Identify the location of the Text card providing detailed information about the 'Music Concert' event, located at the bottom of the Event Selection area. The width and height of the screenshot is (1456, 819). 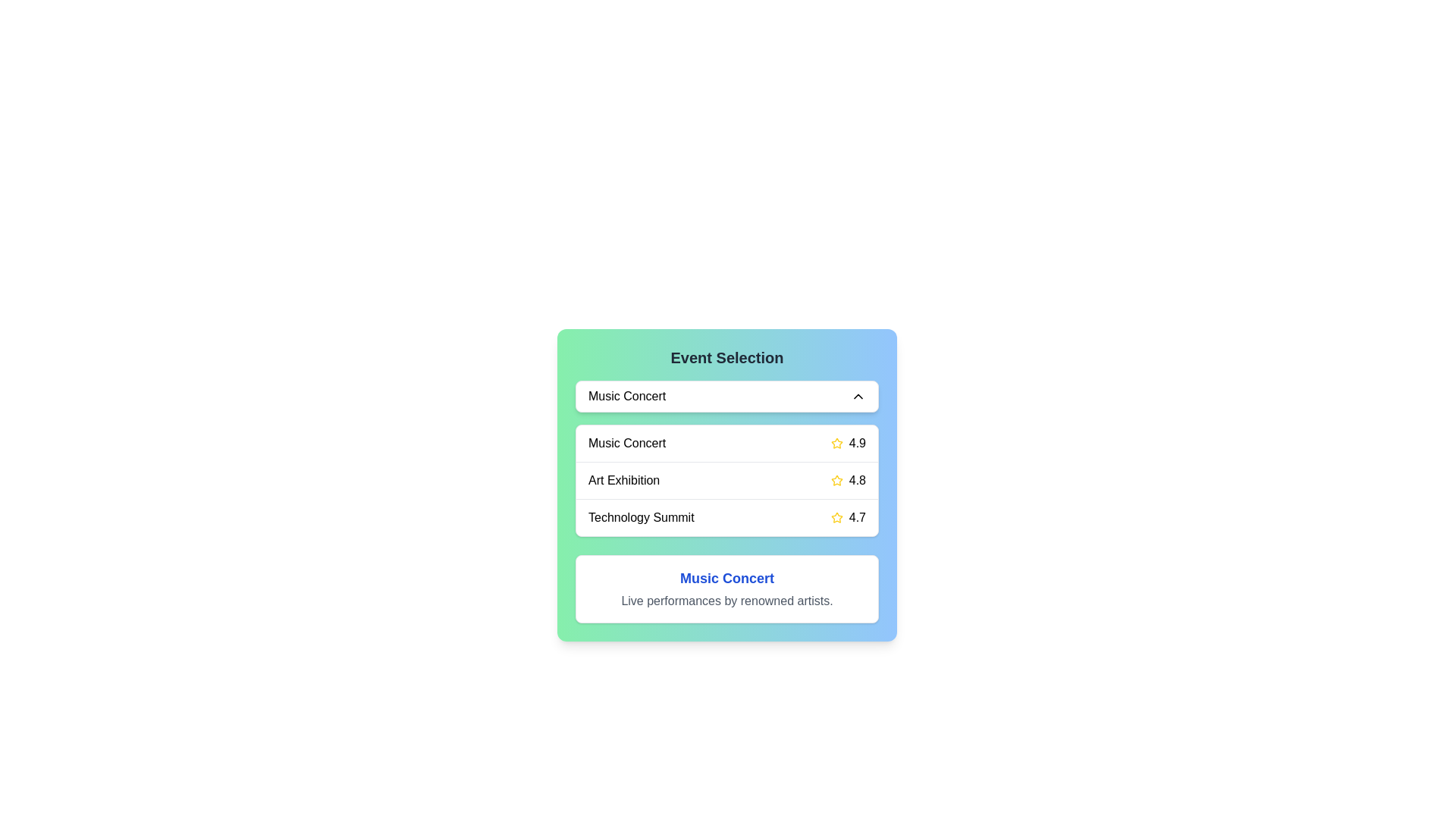
(726, 588).